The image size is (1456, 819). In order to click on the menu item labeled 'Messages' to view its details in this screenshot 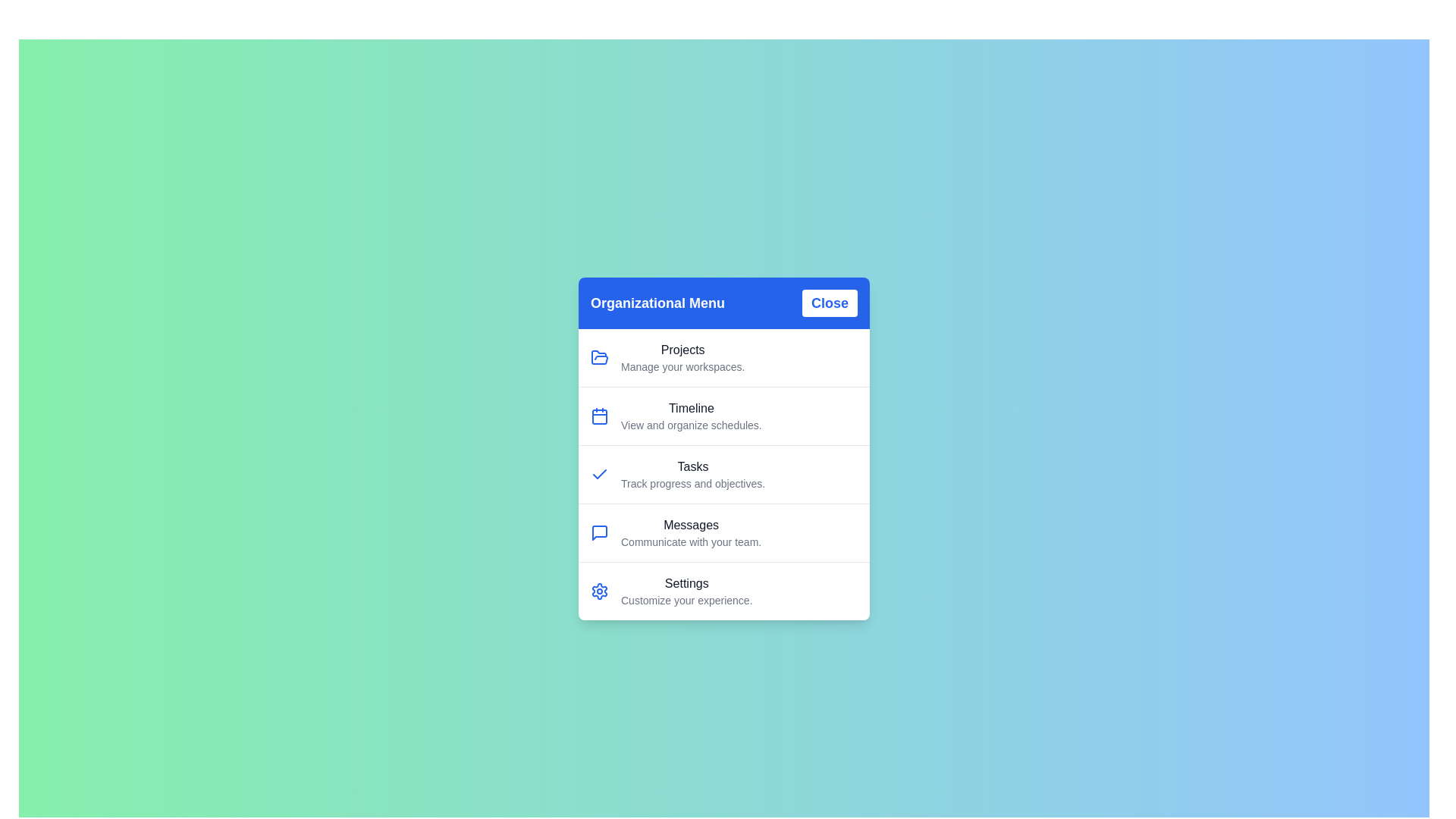, I will do `click(690, 532)`.